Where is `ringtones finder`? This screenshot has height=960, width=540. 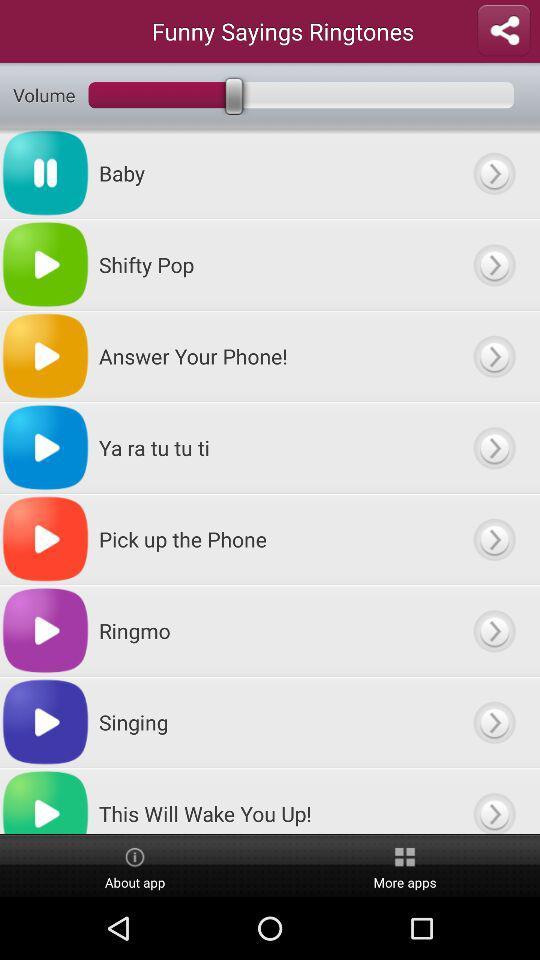
ringtones finder is located at coordinates (493, 447).